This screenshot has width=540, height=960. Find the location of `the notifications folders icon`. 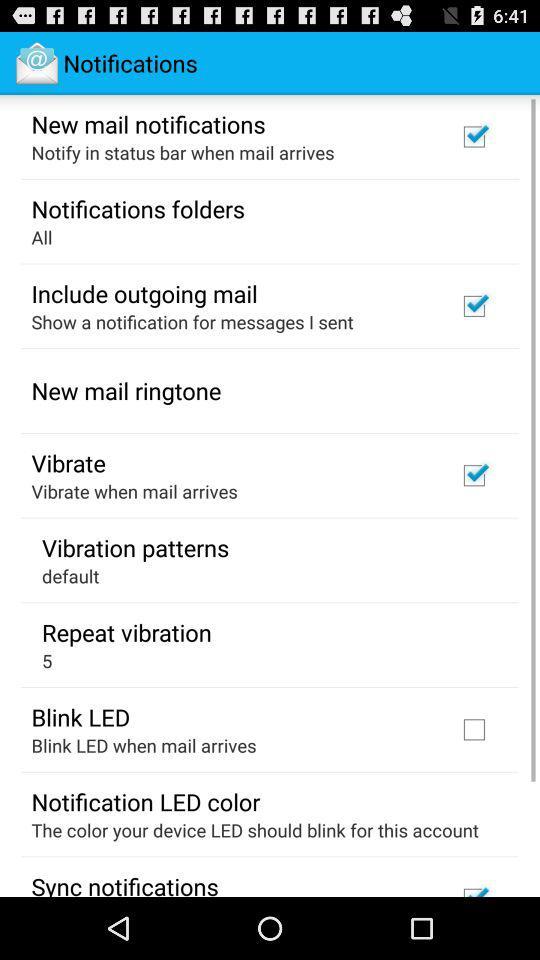

the notifications folders icon is located at coordinates (137, 208).